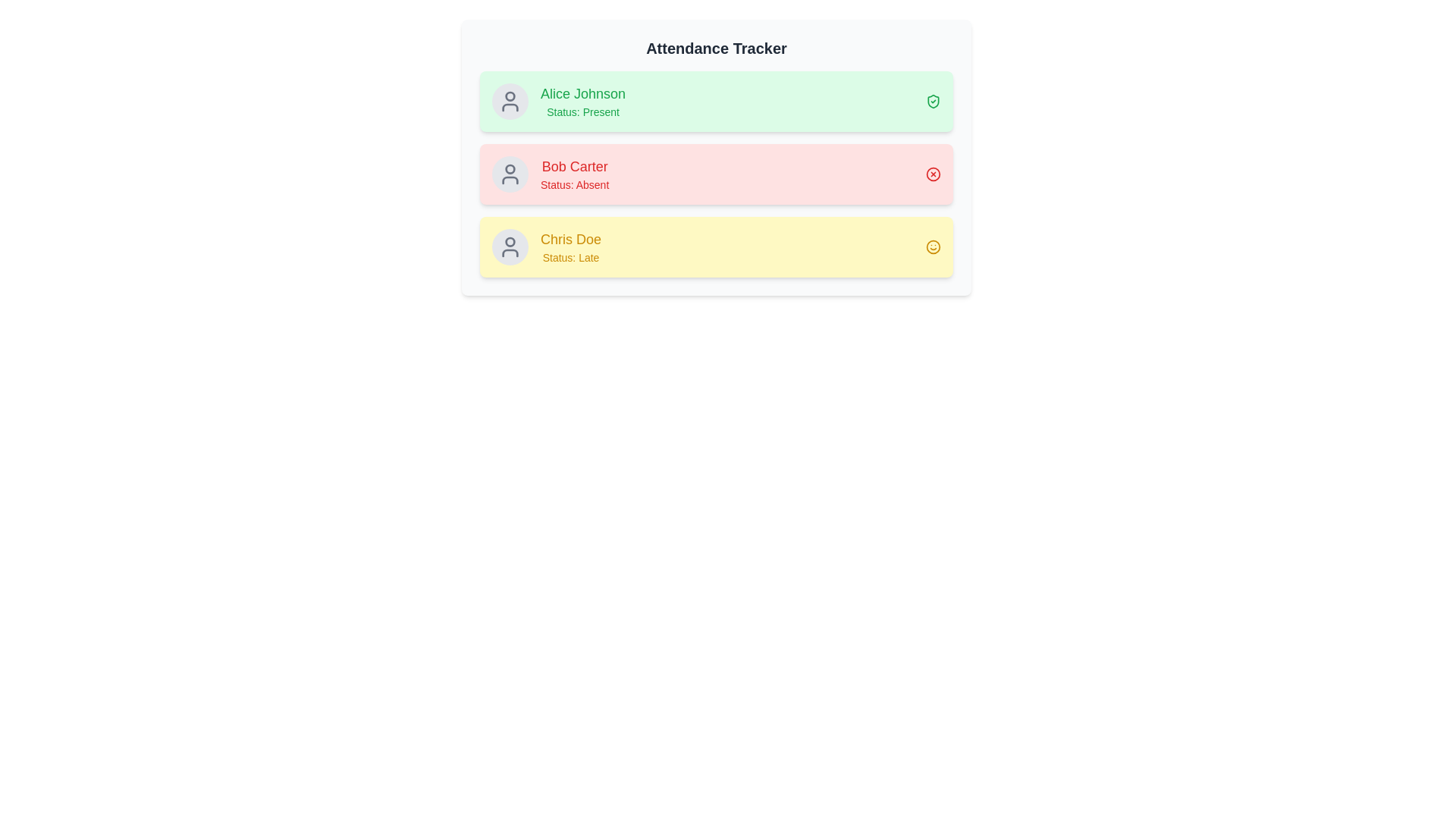 This screenshot has width=1456, height=819. I want to click on the attendance entry for 'Chris Doe' indicating their status as 'Late' in the attendance tracker interface, so click(716, 246).